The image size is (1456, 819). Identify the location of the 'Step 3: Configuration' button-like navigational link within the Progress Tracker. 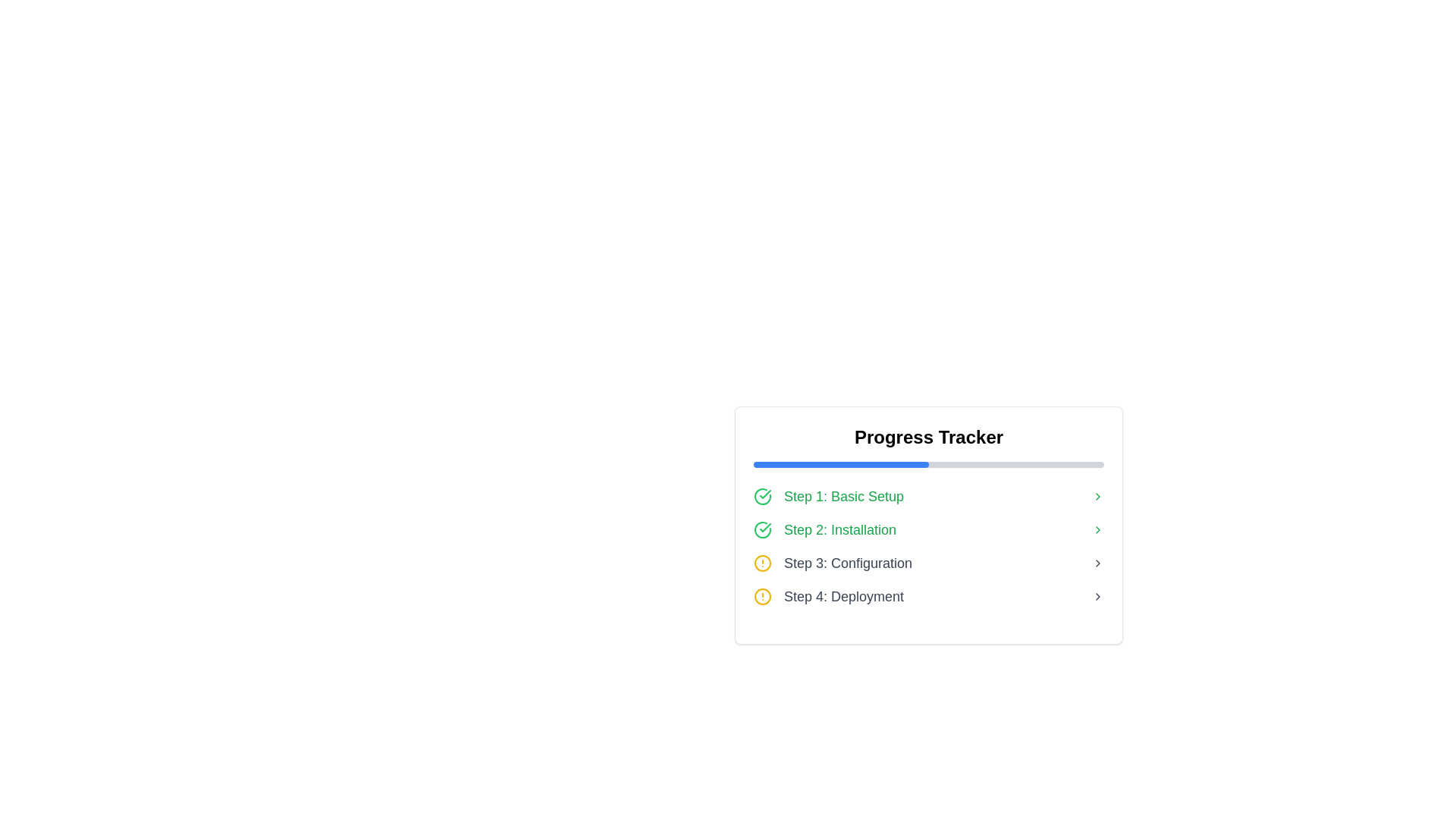
(927, 563).